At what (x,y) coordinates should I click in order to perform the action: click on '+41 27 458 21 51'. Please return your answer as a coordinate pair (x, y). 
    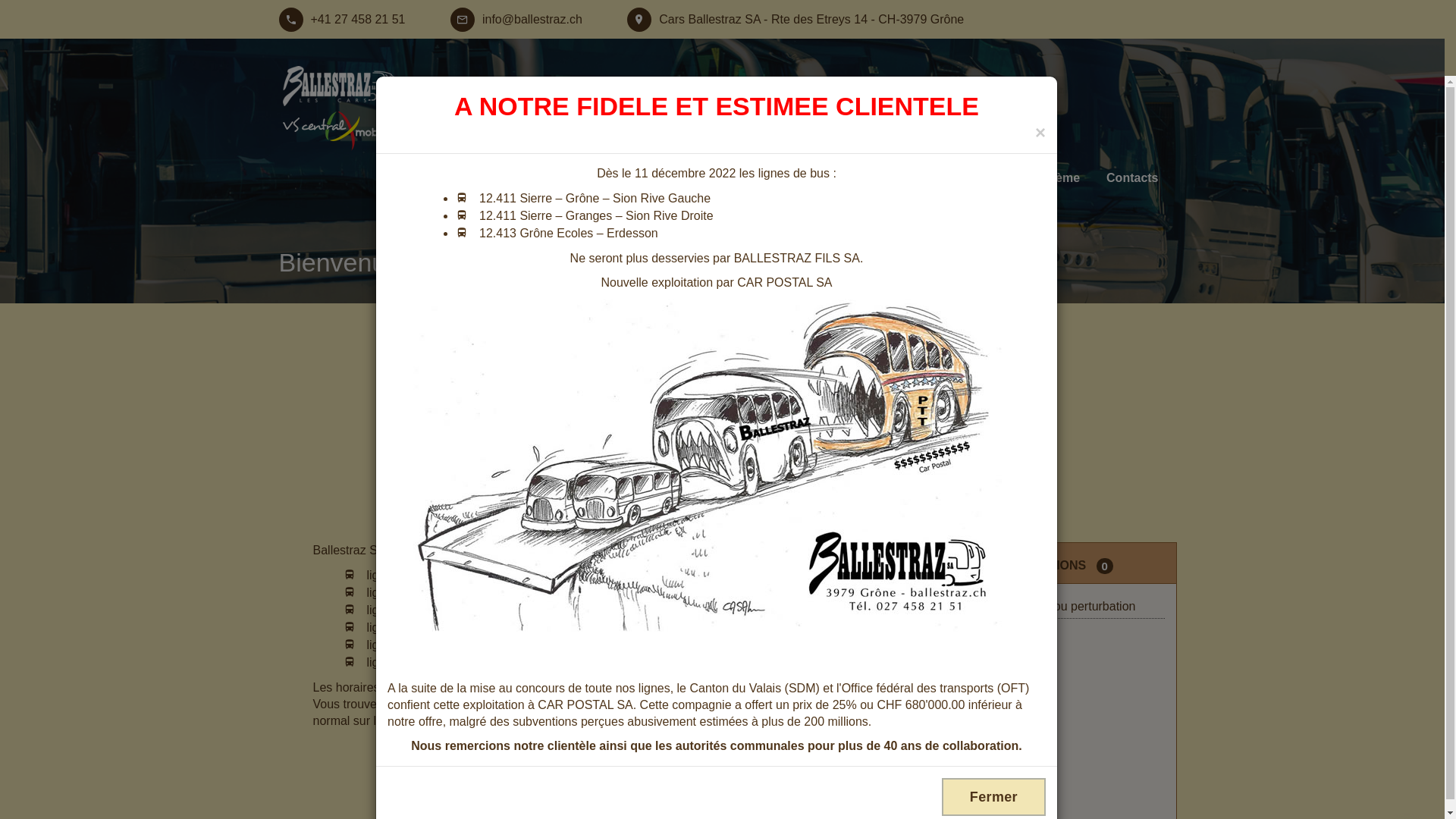
    Looking at the image, I should click on (341, 20).